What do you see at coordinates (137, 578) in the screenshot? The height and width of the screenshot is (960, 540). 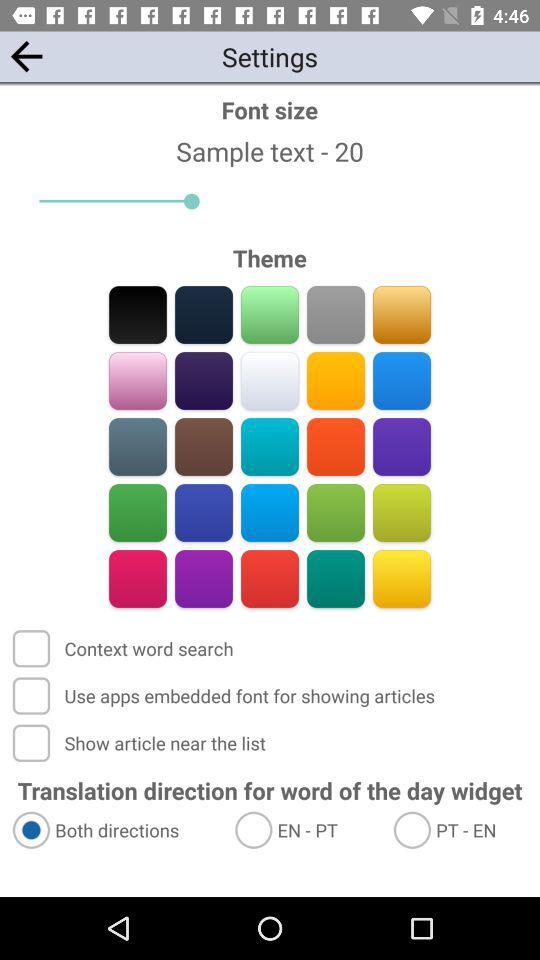 I see `color selection` at bounding box center [137, 578].